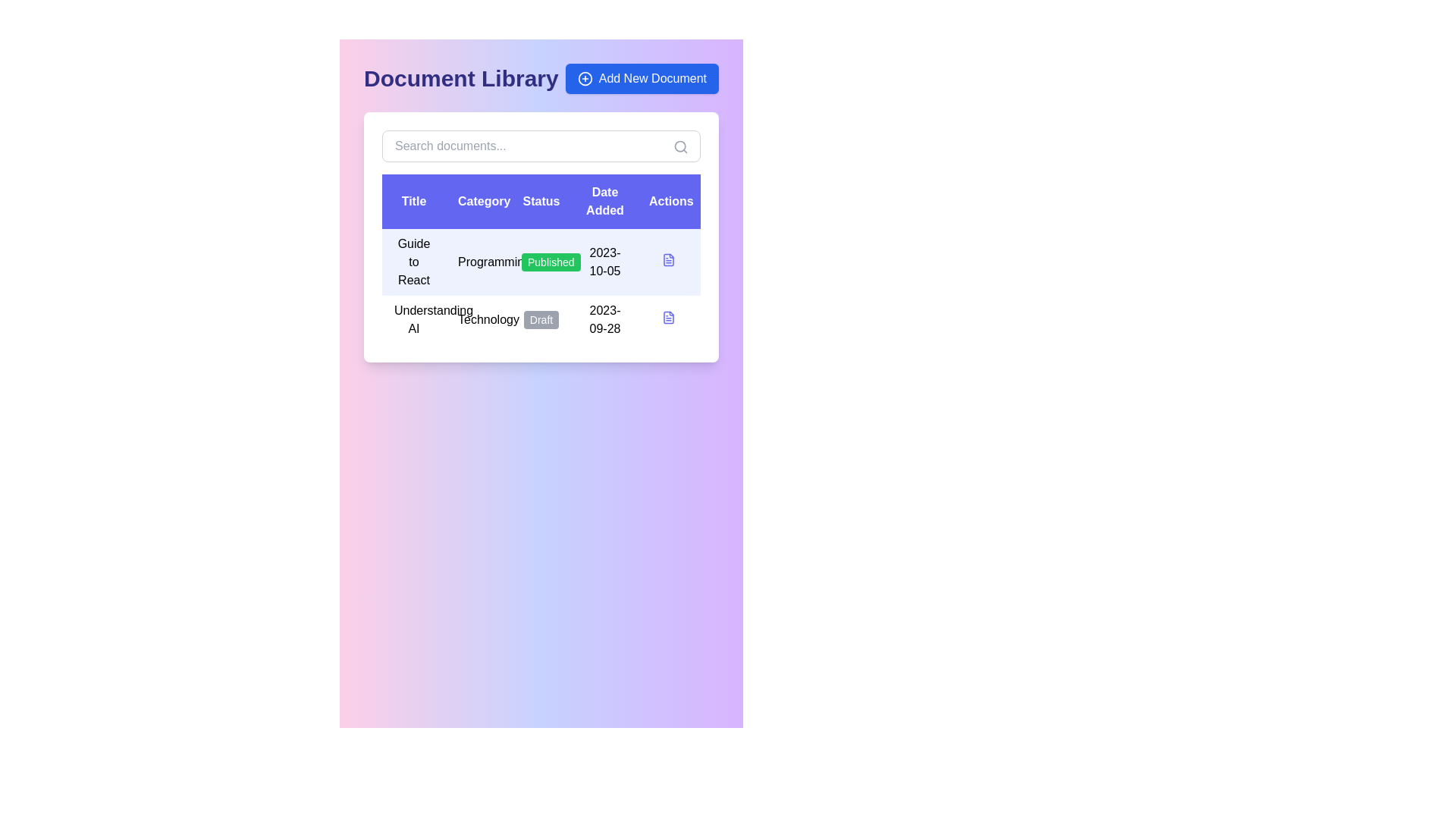  Describe the element at coordinates (604, 262) in the screenshot. I see `the Text Label displaying the date '2023-10-05' in the 'Date Added' column of the first row of the table` at that location.